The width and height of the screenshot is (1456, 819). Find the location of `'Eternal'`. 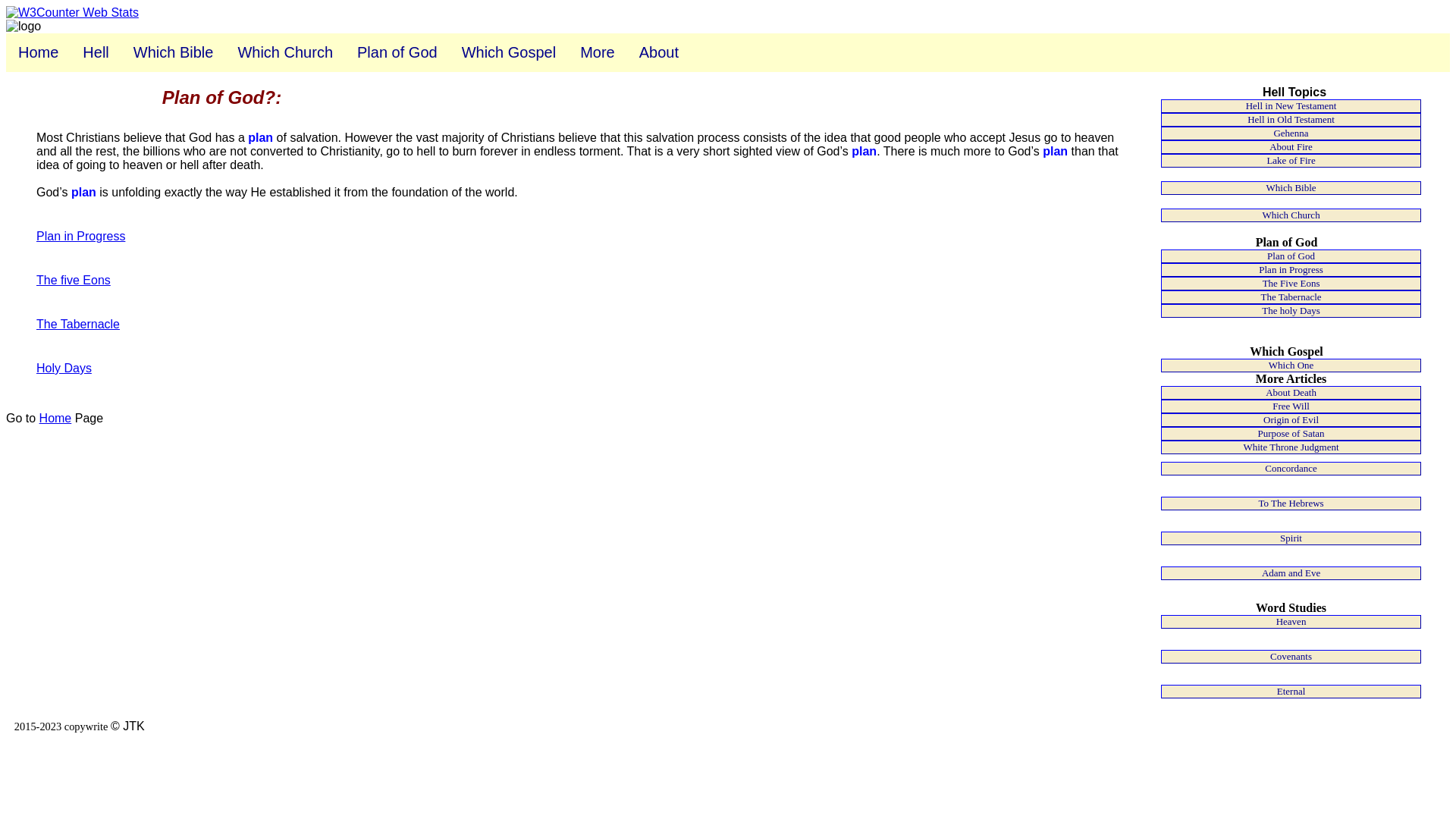

'Eternal' is located at coordinates (1290, 691).